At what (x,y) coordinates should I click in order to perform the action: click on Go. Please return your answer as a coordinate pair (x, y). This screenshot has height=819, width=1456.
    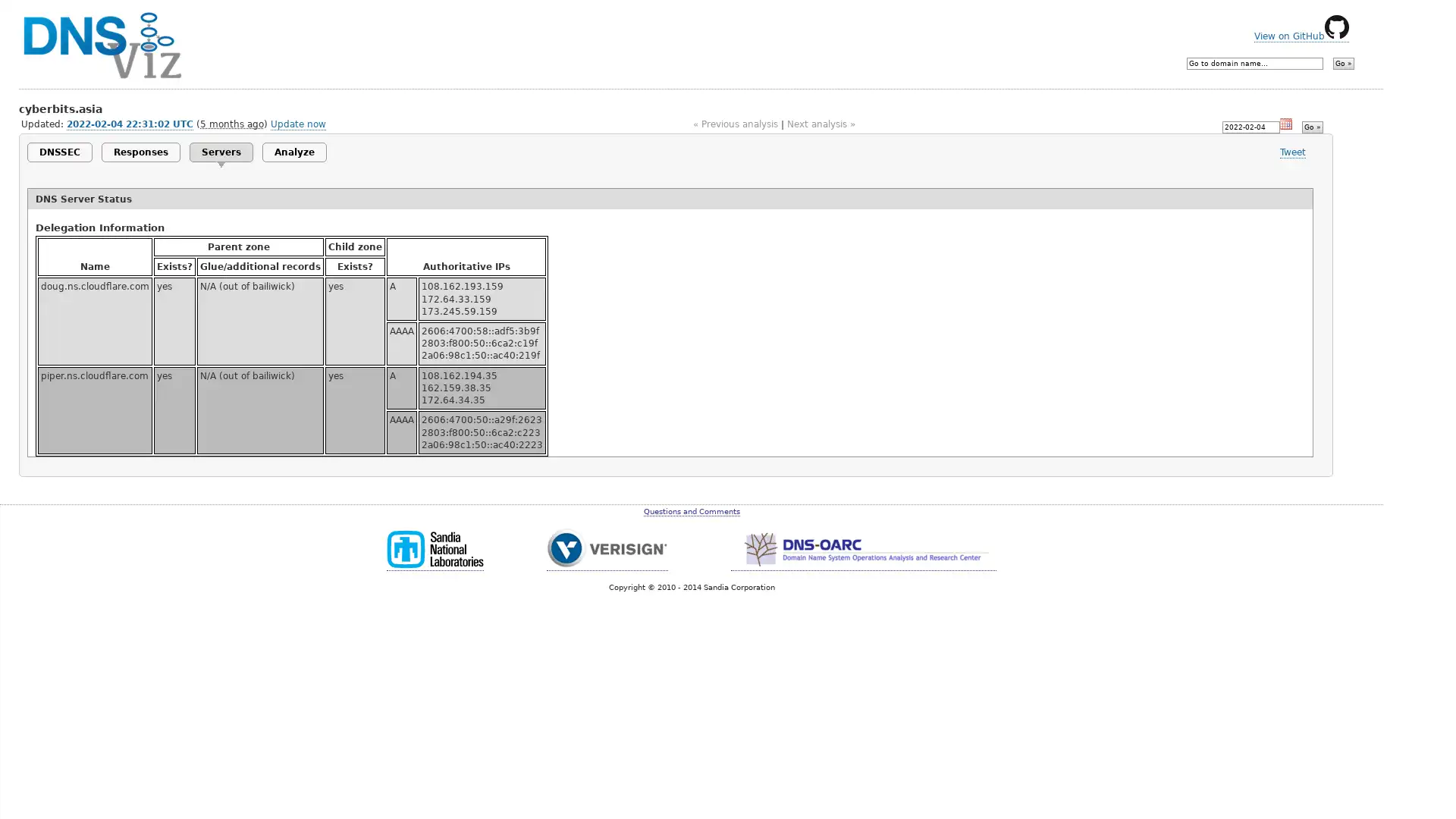
    Looking at the image, I should click on (1310, 125).